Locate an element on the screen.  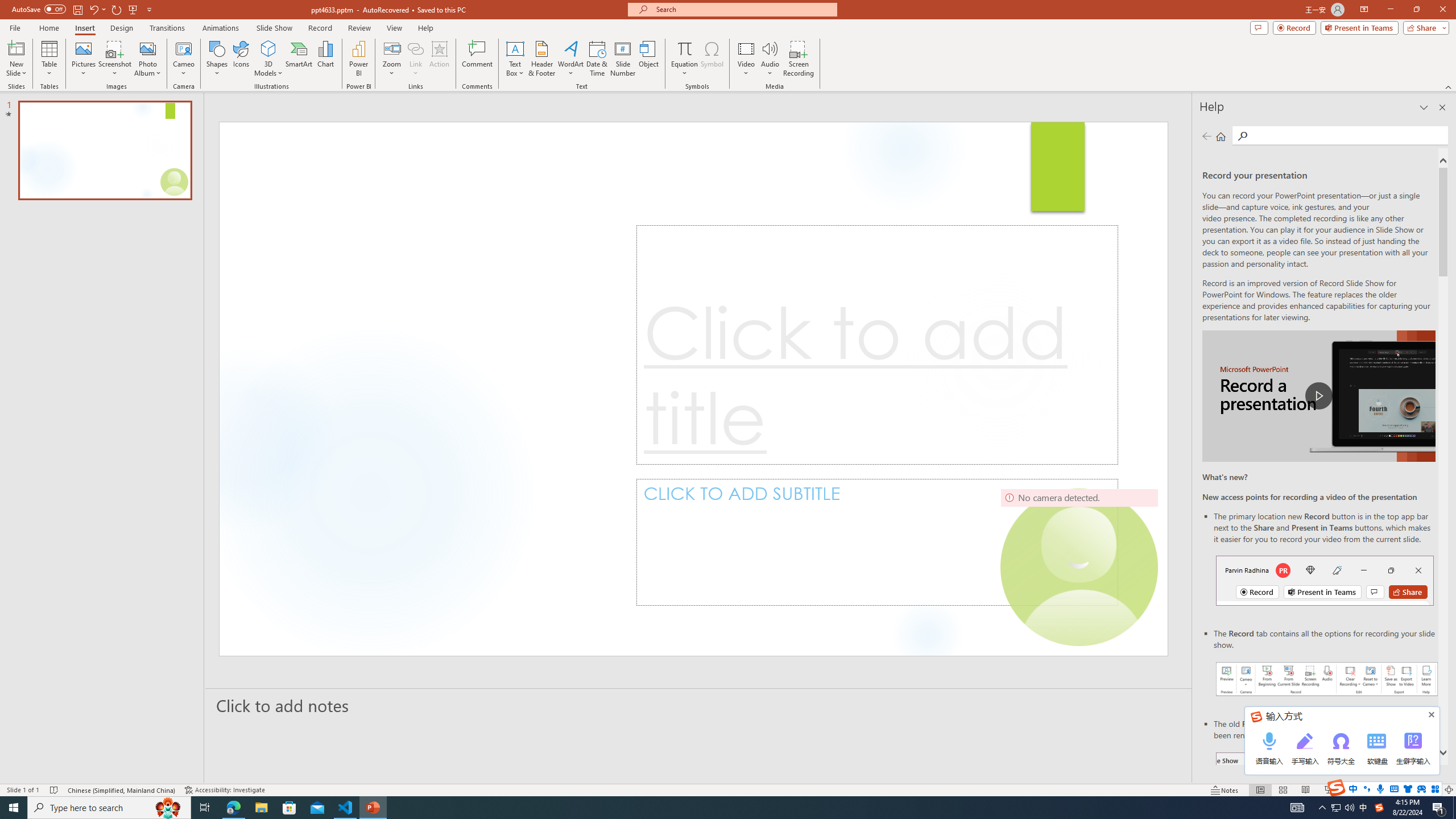
'Action' is located at coordinates (440, 59).